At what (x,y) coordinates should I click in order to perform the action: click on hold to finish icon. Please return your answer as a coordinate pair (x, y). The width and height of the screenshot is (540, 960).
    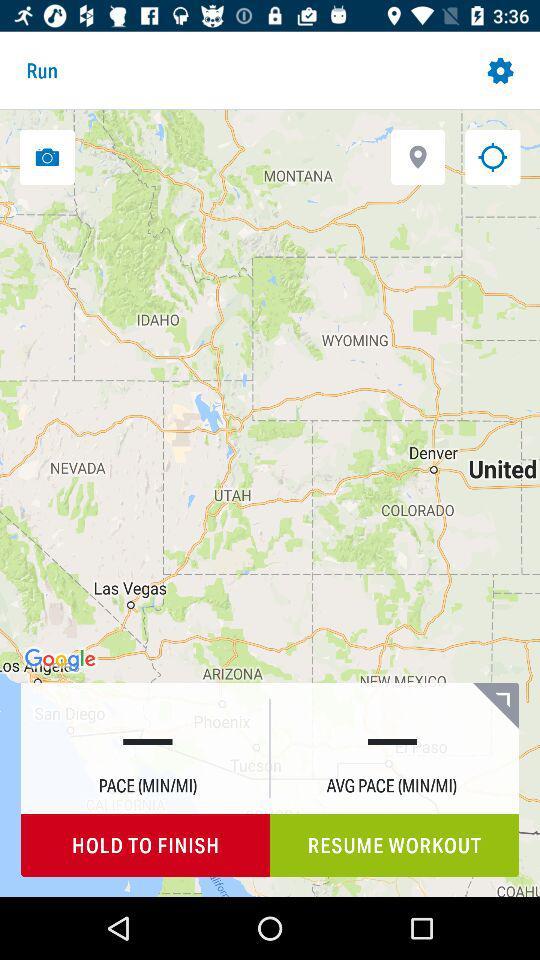
    Looking at the image, I should click on (144, 844).